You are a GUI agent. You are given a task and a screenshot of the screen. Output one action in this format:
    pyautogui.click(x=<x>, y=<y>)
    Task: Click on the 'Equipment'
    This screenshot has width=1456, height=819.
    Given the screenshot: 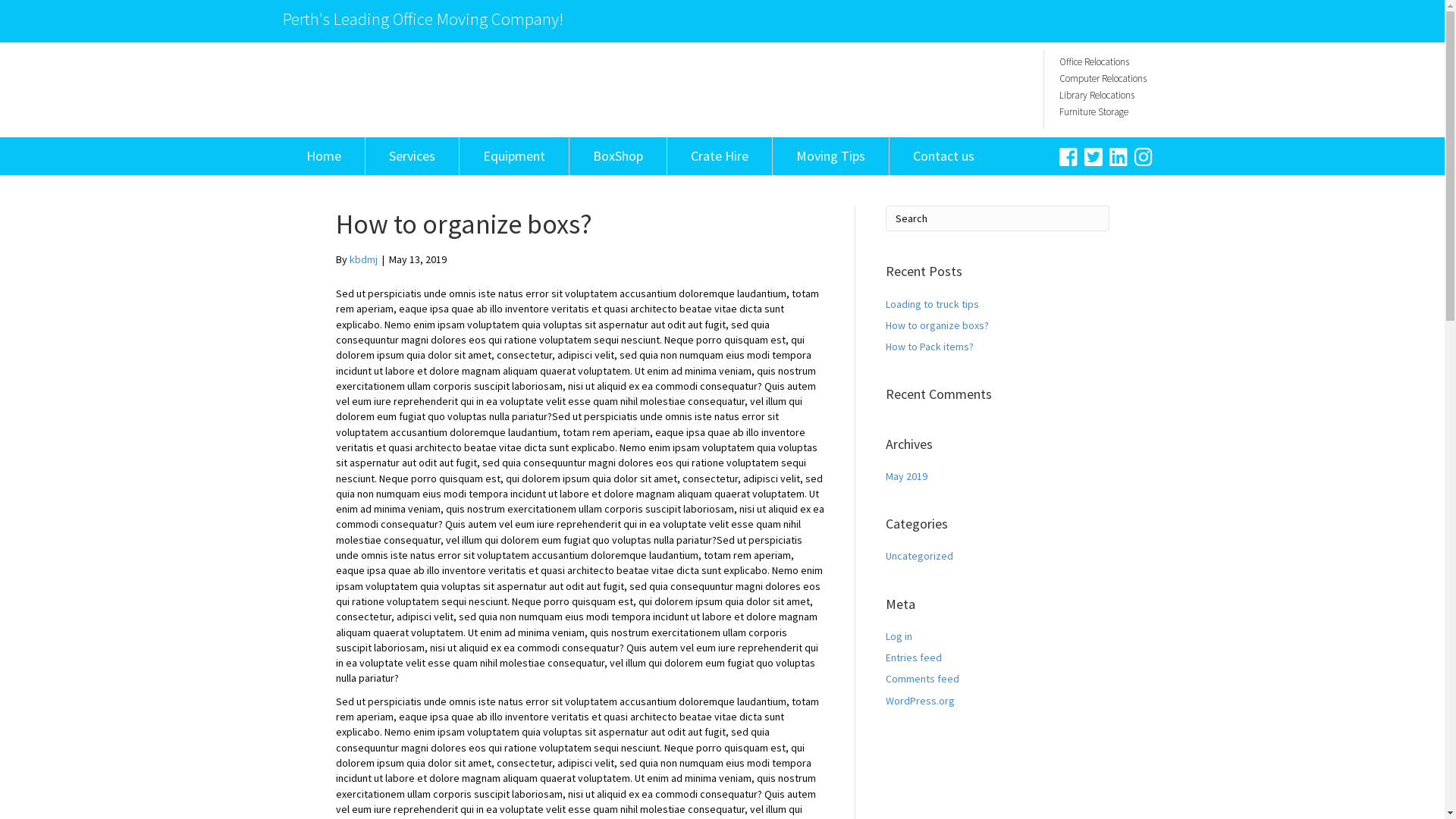 What is the action you would take?
    pyautogui.click(x=513, y=155)
    